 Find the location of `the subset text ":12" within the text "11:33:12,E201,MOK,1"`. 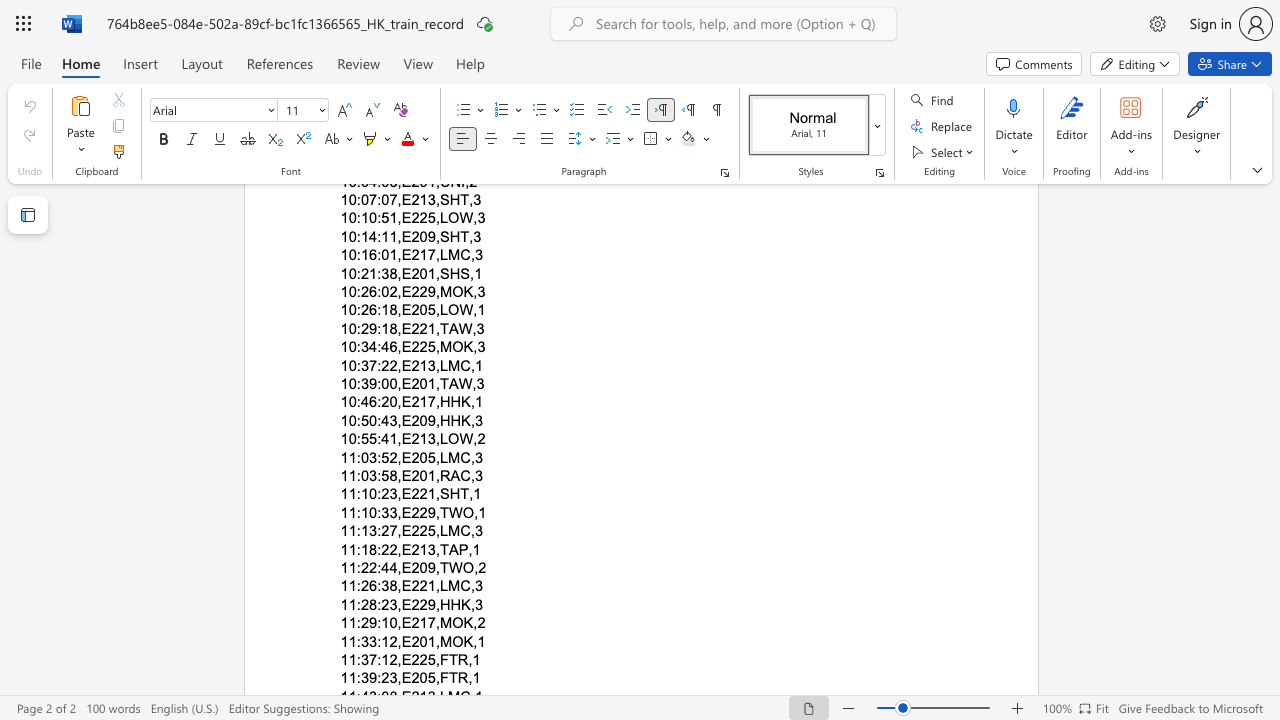

the subset text ":12" within the text "11:33:12,E201,MOK,1" is located at coordinates (377, 641).